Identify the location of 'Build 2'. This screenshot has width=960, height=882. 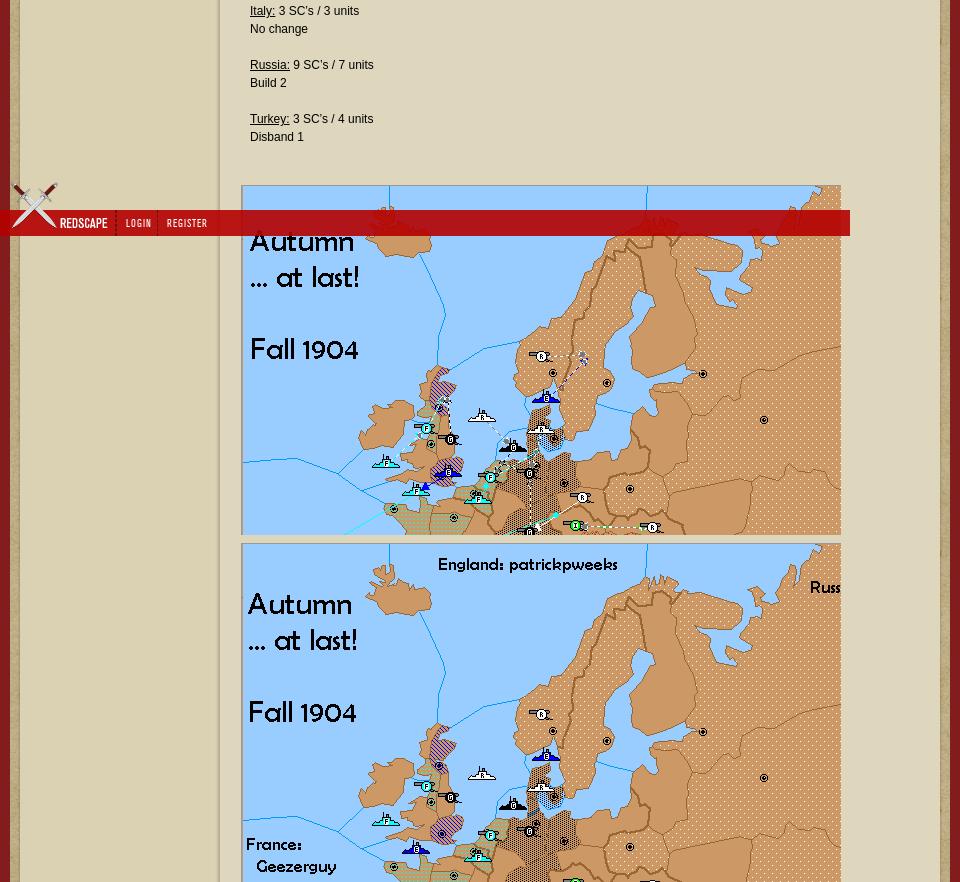
(248, 82).